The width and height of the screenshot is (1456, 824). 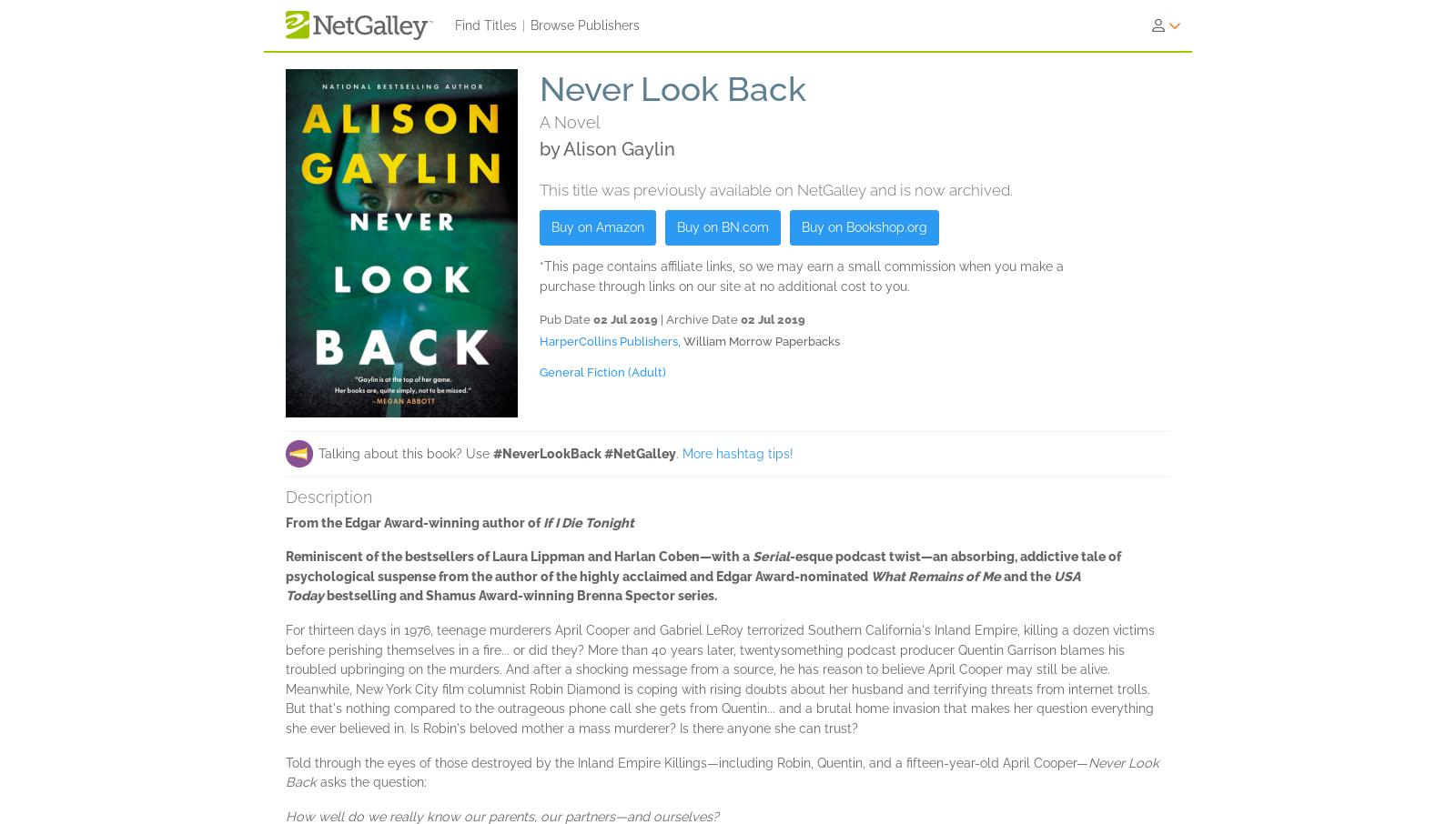 What do you see at coordinates (724, 629) in the screenshot?
I see `'Adi Tantimedh'` at bounding box center [724, 629].